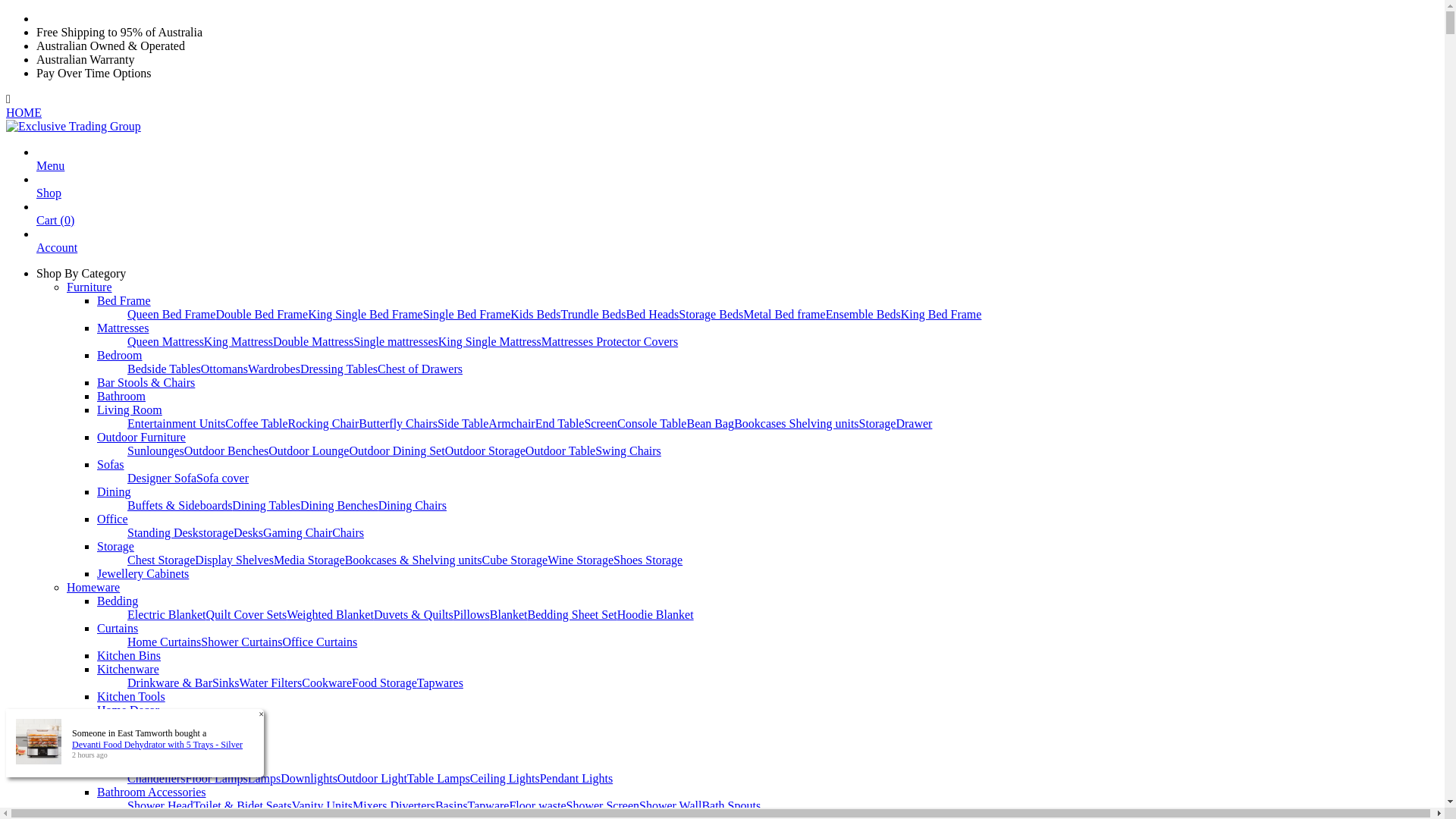 The height and width of the screenshot is (819, 1456). I want to click on 'Curtains', so click(116, 628).